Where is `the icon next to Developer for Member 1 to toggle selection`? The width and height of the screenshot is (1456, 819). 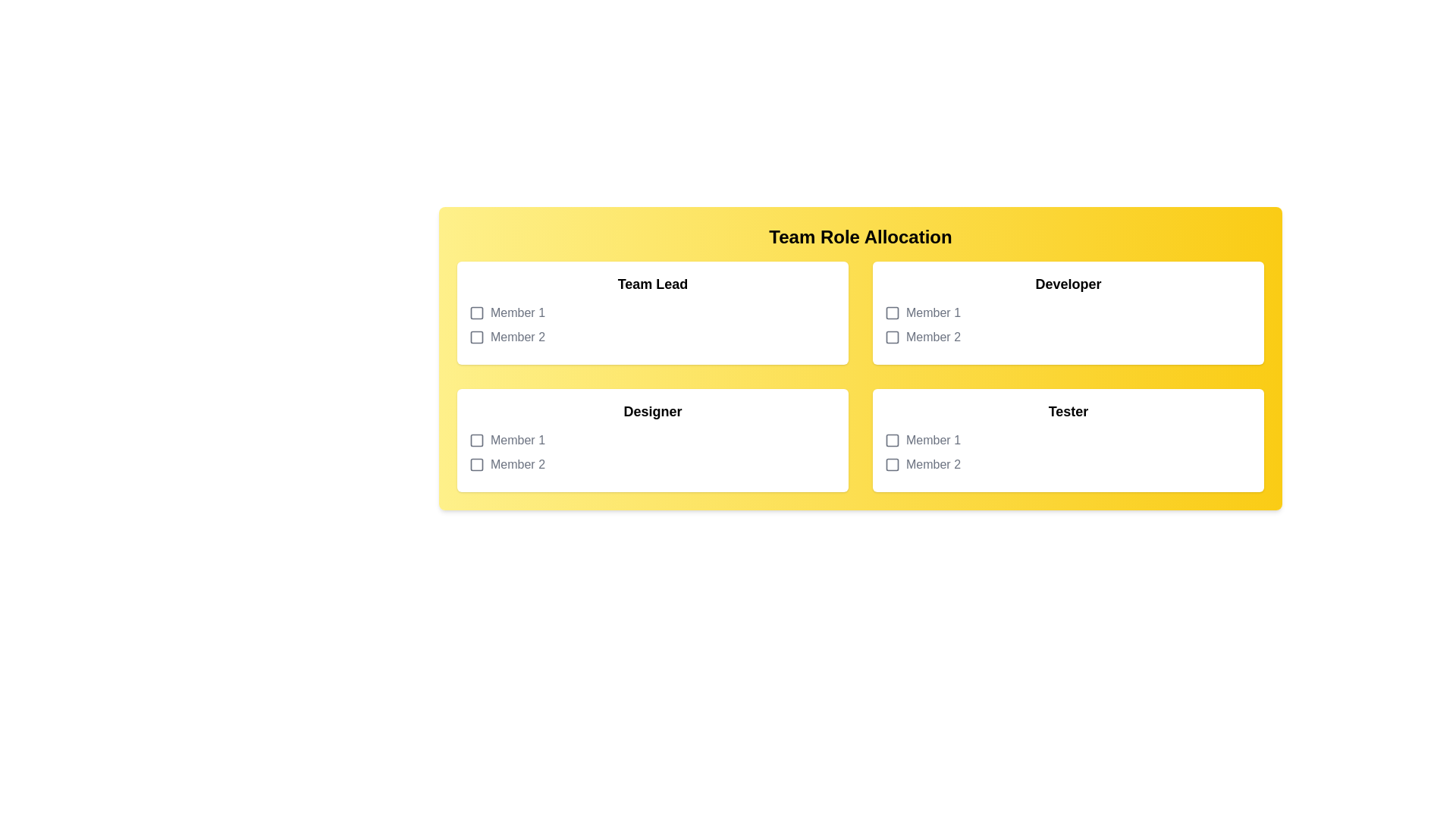
the icon next to Developer for Member 1 to toggle selection is located at coordinates (892, 312).